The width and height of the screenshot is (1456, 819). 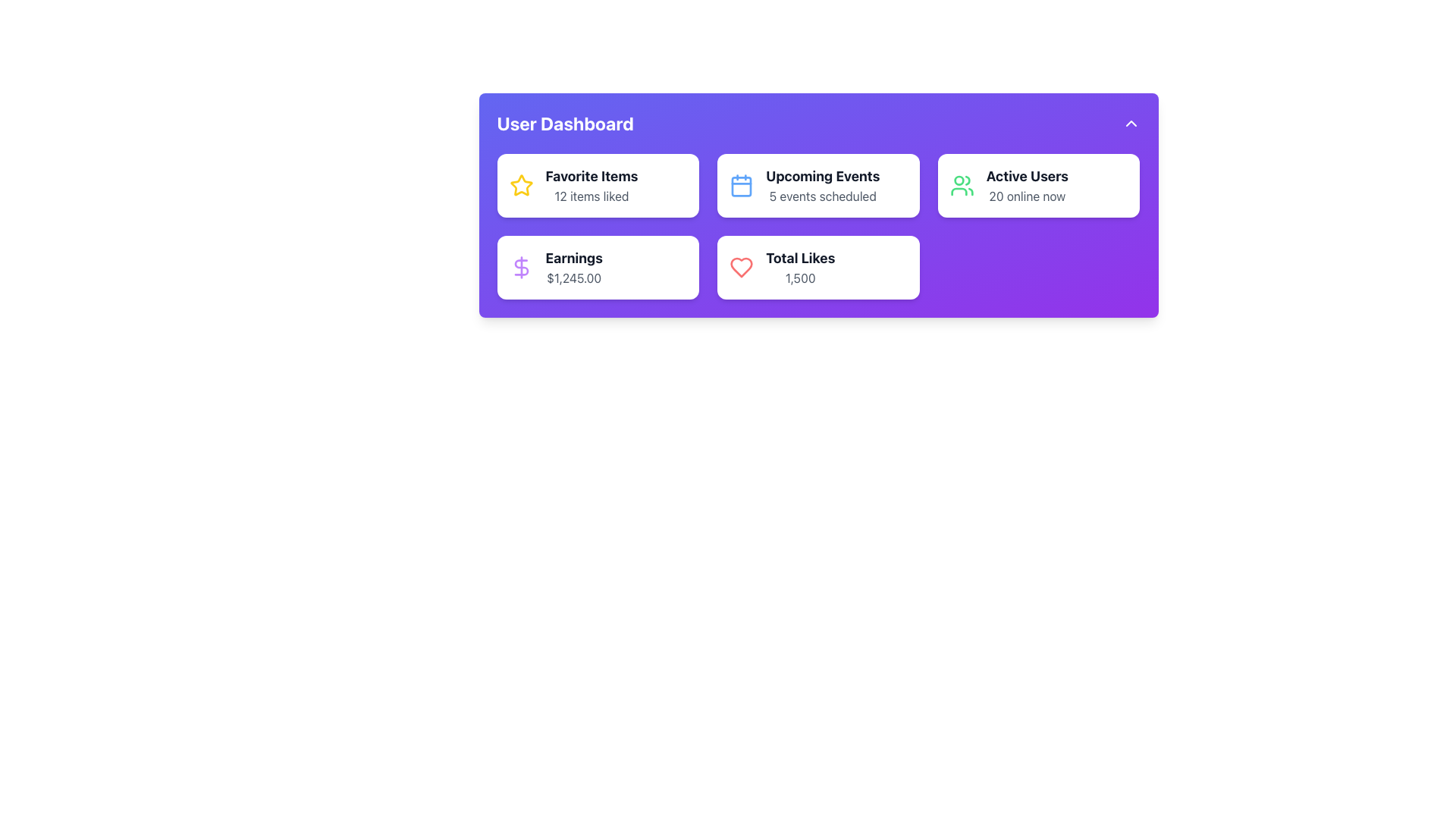 What do you see at coordinates (1131, 122) in the screenshot?
I see `the upward-pointing chevron-shaped arrow icon button located at the far right end of the header in the 'User Dashboard' section` at bounding box center [1131, 122].